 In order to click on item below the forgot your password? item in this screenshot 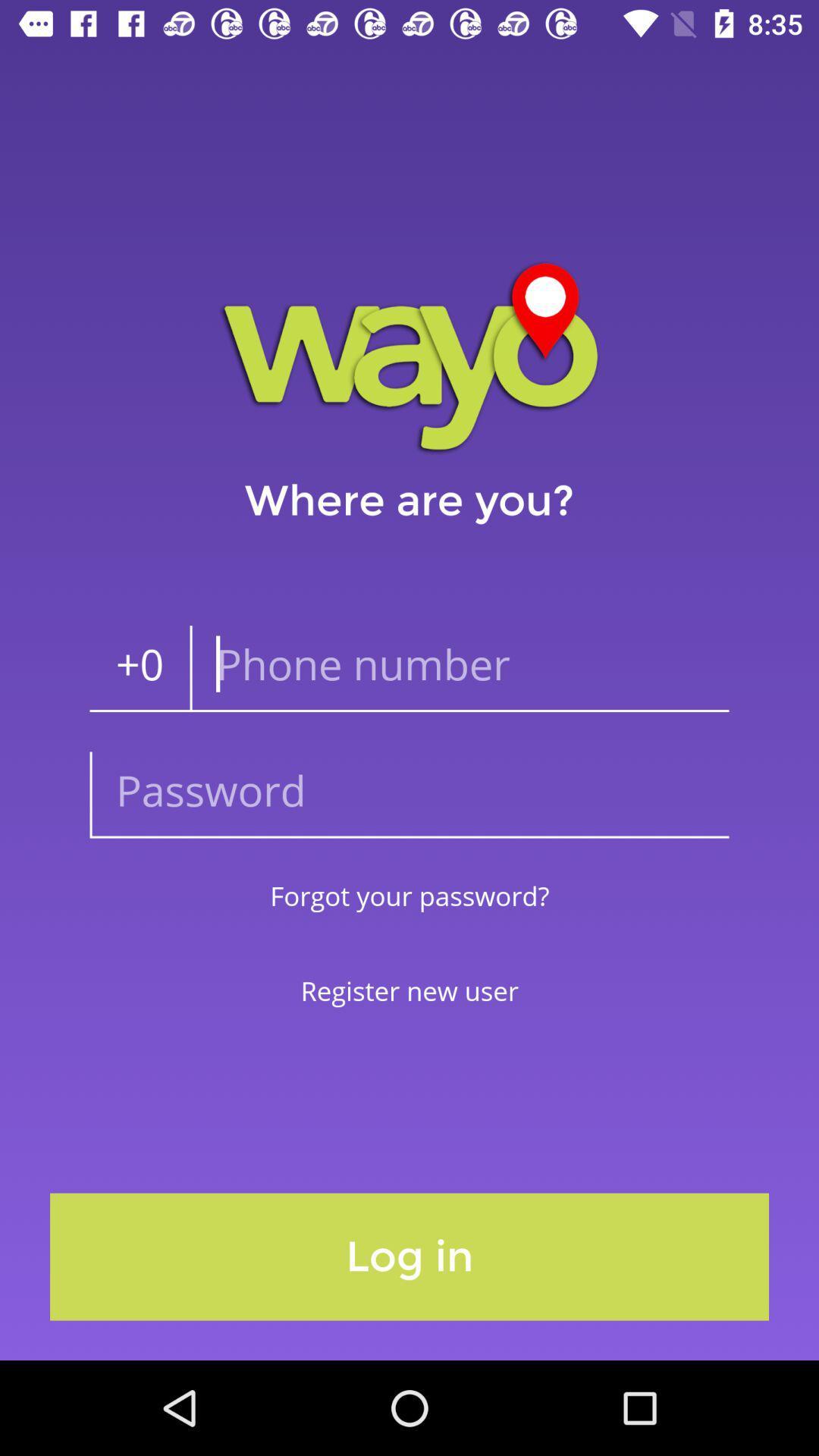, I will do `click(409, 990)`.